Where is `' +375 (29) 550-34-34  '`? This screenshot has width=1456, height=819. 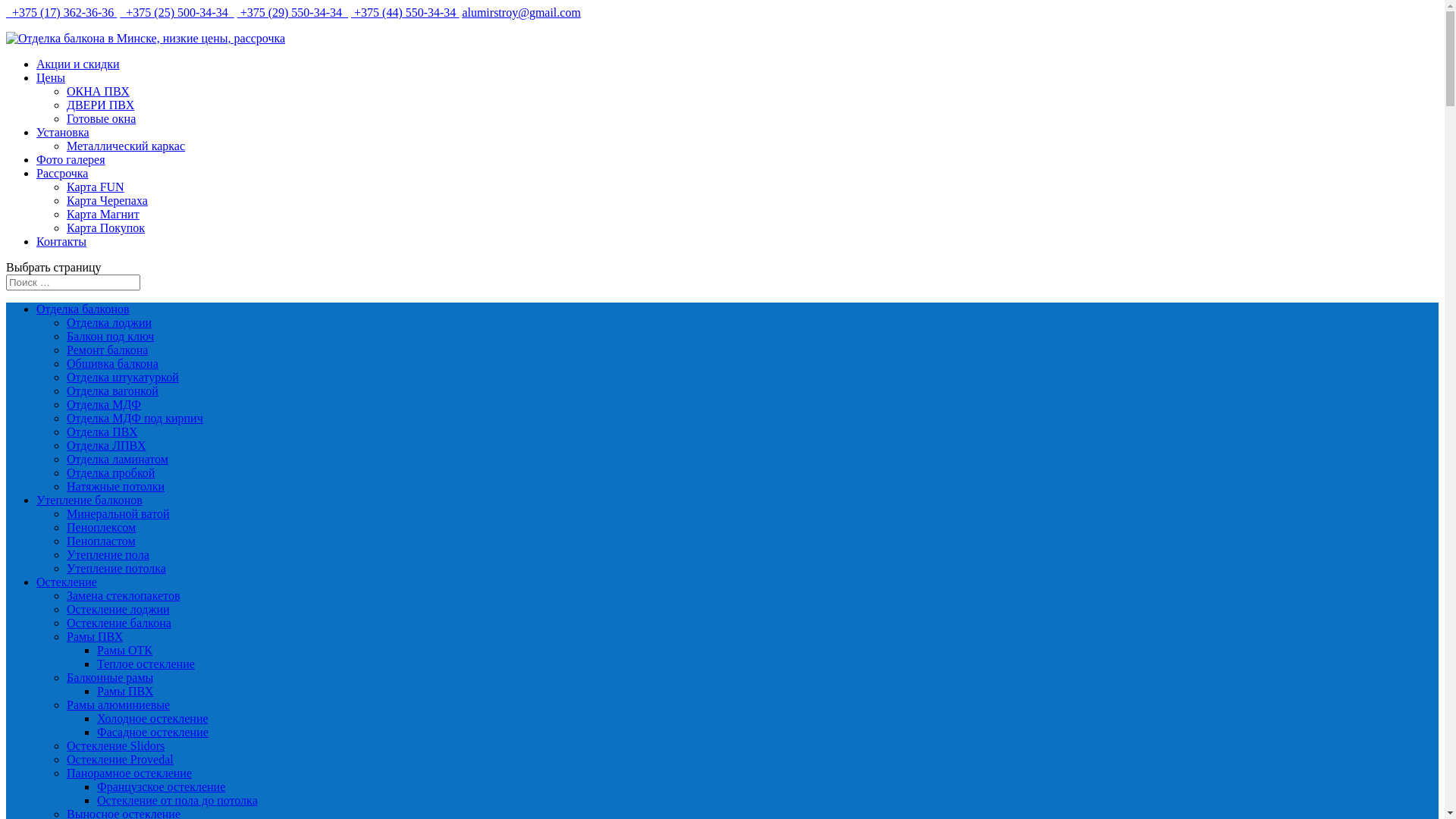
' +375 (29) 550-34-34  ' is located at coordinates (236, 12).